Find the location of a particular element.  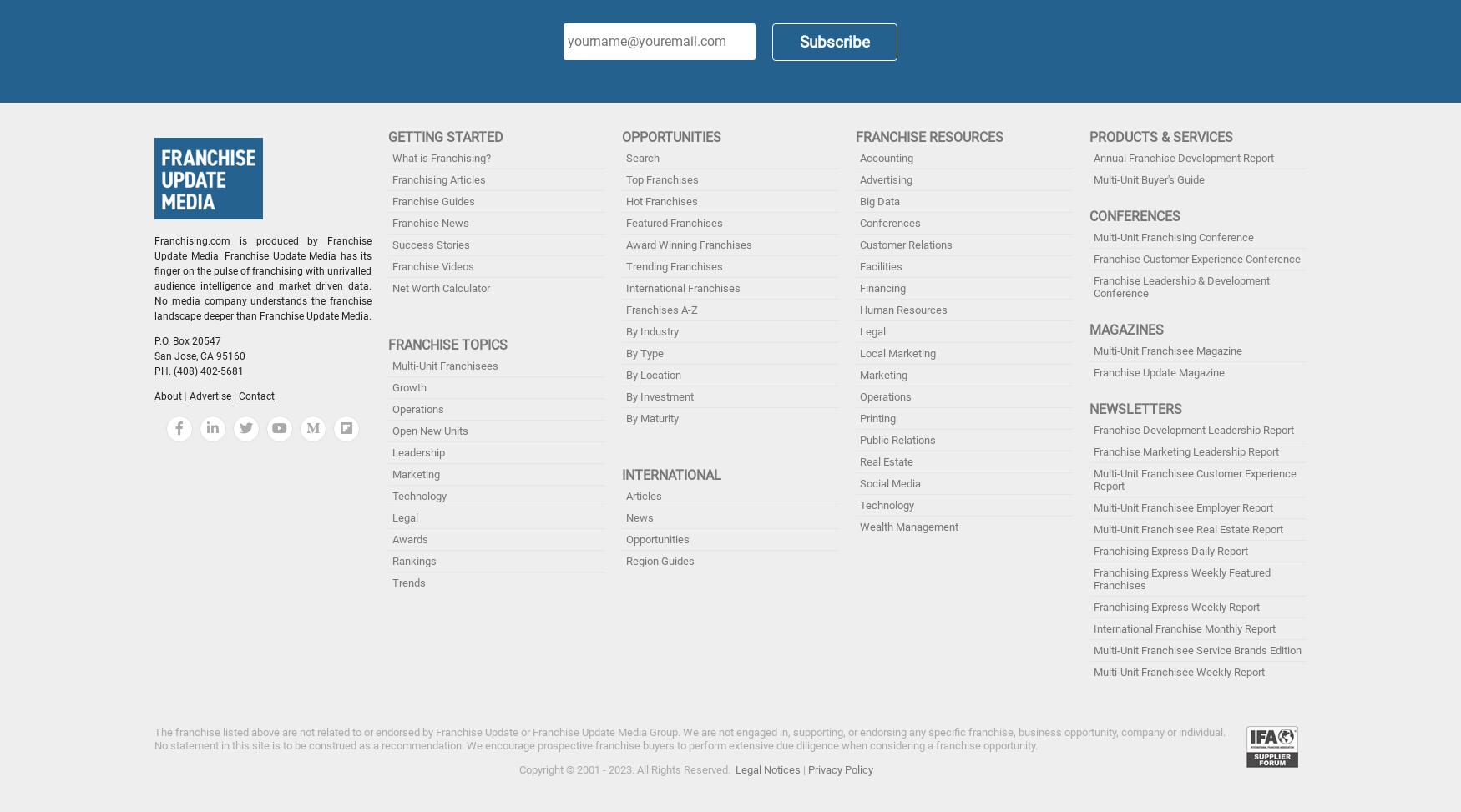

'Multi-Unit Franchisee Weekly Report' is located at coordinates (1093, 670).